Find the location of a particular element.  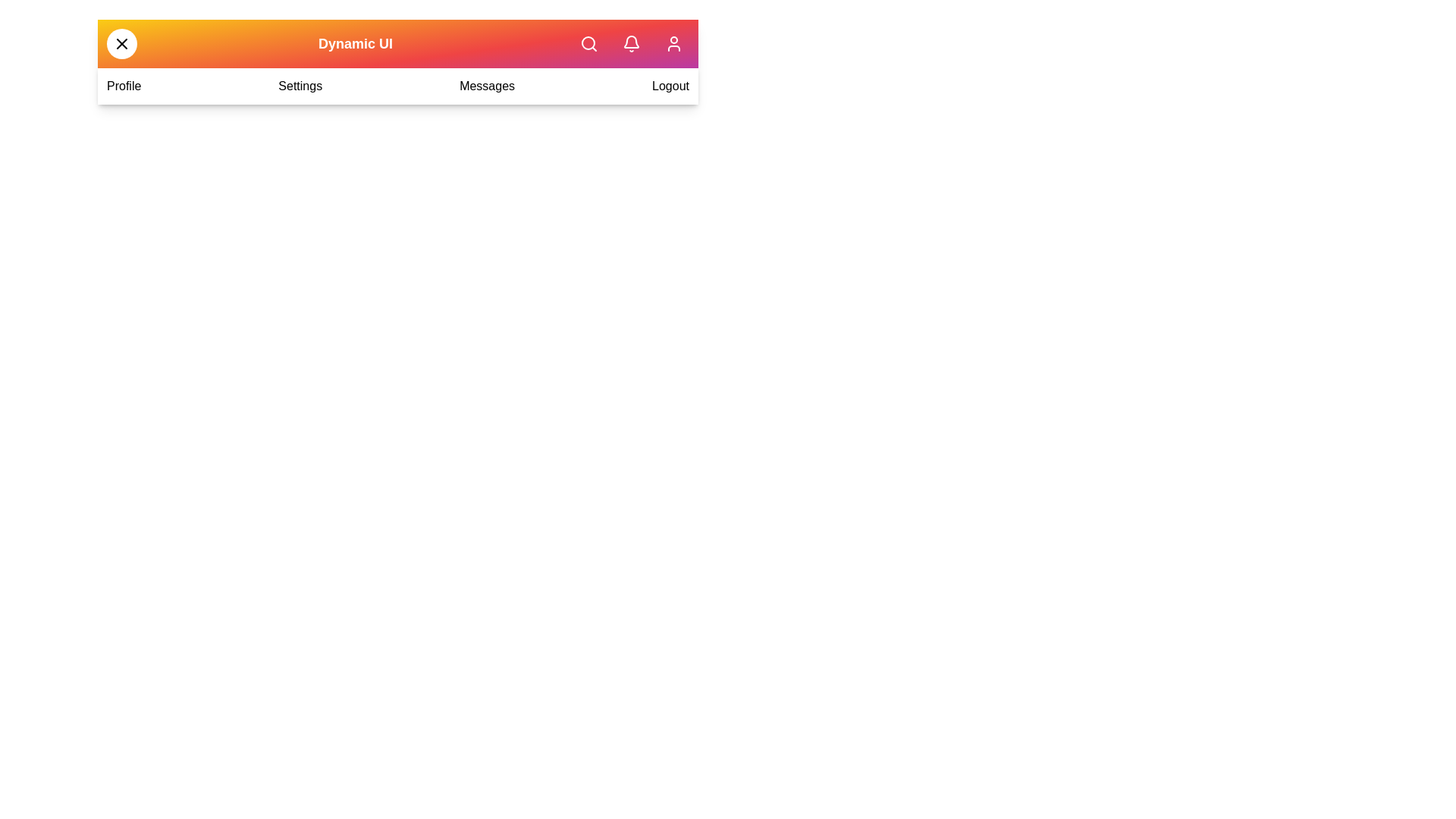

the 'Profile' menu item in the navigation bar is located at coordinates (124, 86).